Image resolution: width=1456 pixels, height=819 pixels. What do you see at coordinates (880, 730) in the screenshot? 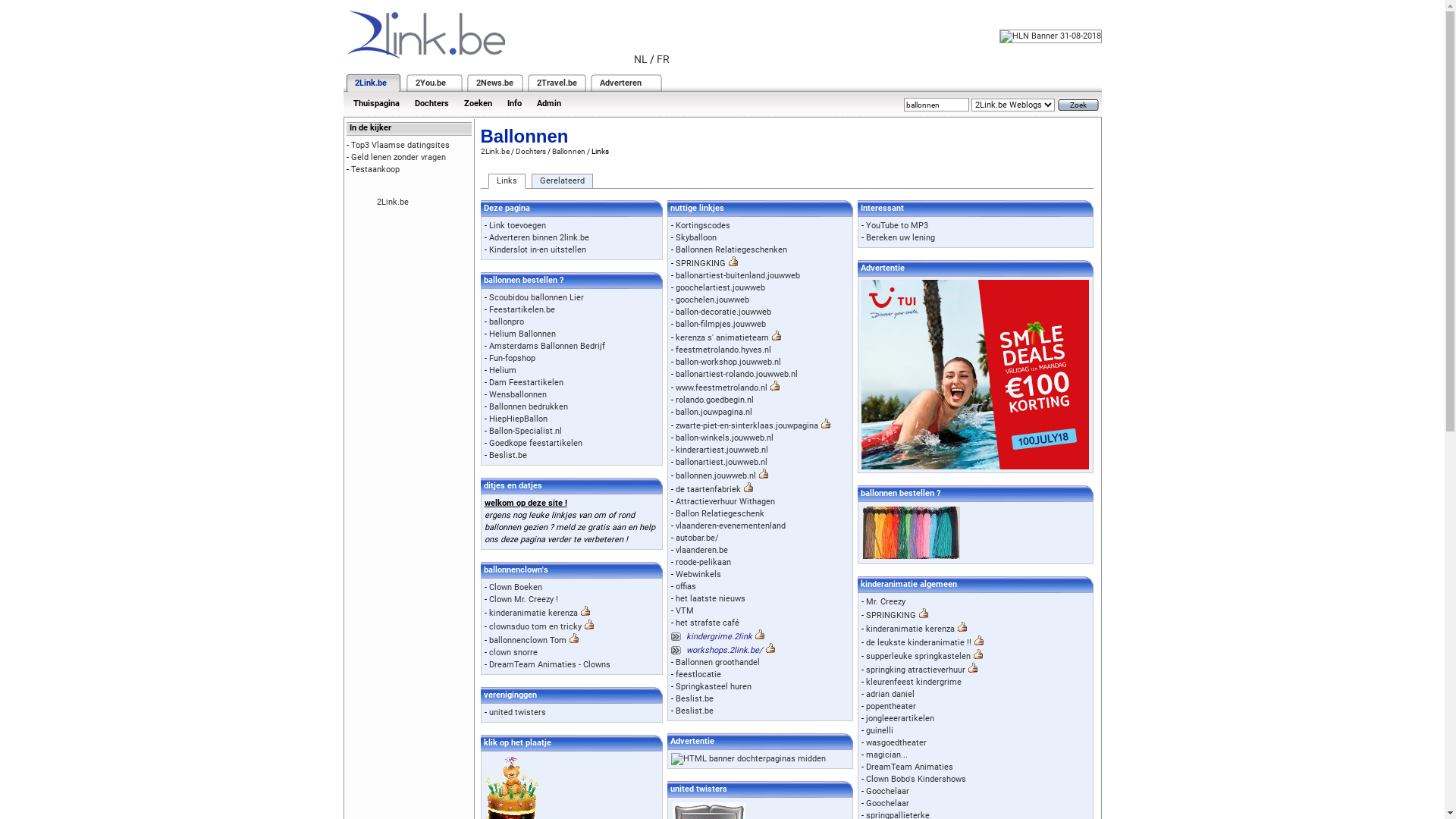
I see `'guinelli'` at bounding box center [880, 730].